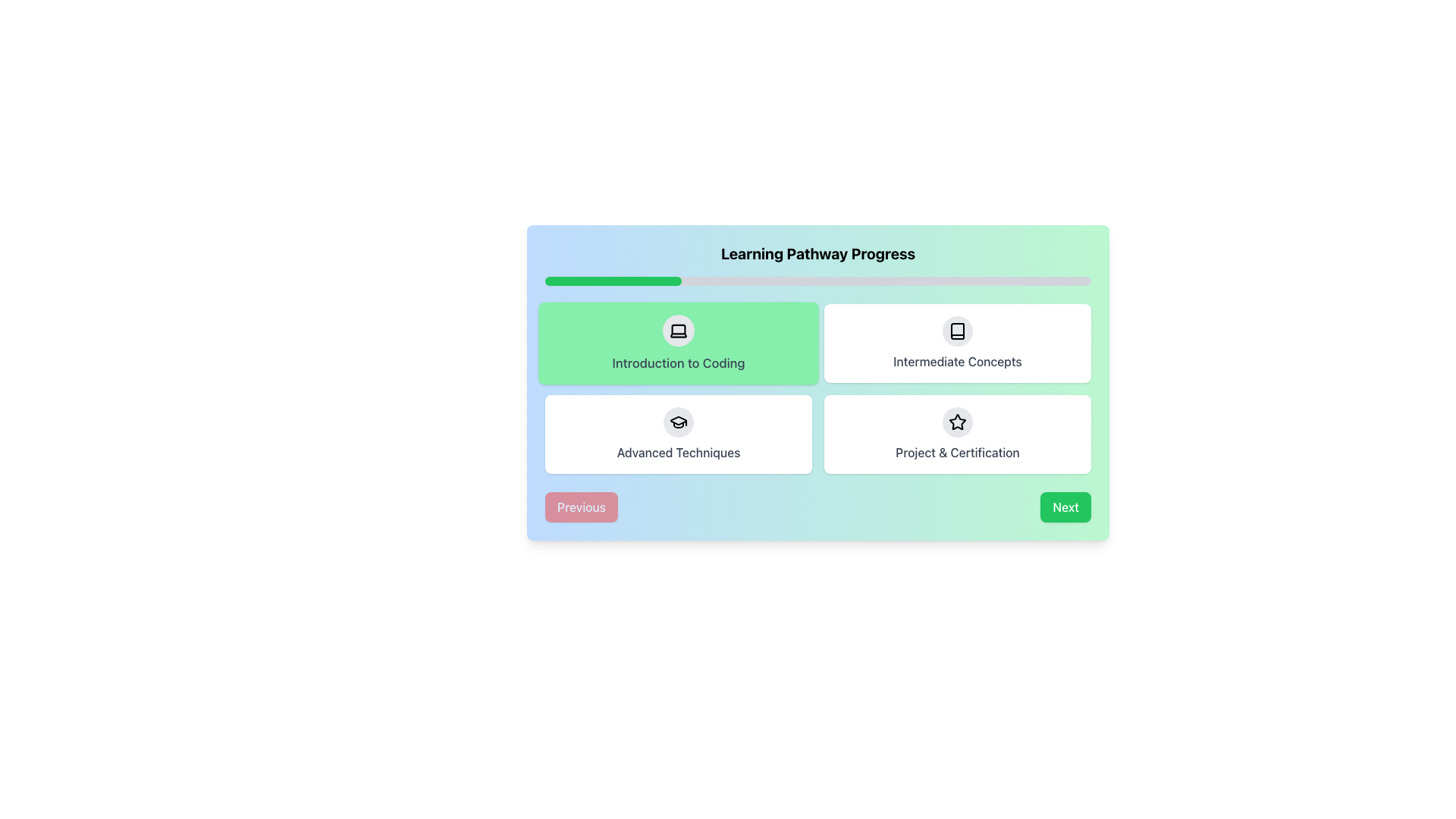 Image resolution: width=1456 pixels, height=819 pixels. Describe the element at coordinates (817, 253) in the screenshot. I see `the text label that indicates the purpose of the learning progress section, which is located above the progress bar and related content` at that location.